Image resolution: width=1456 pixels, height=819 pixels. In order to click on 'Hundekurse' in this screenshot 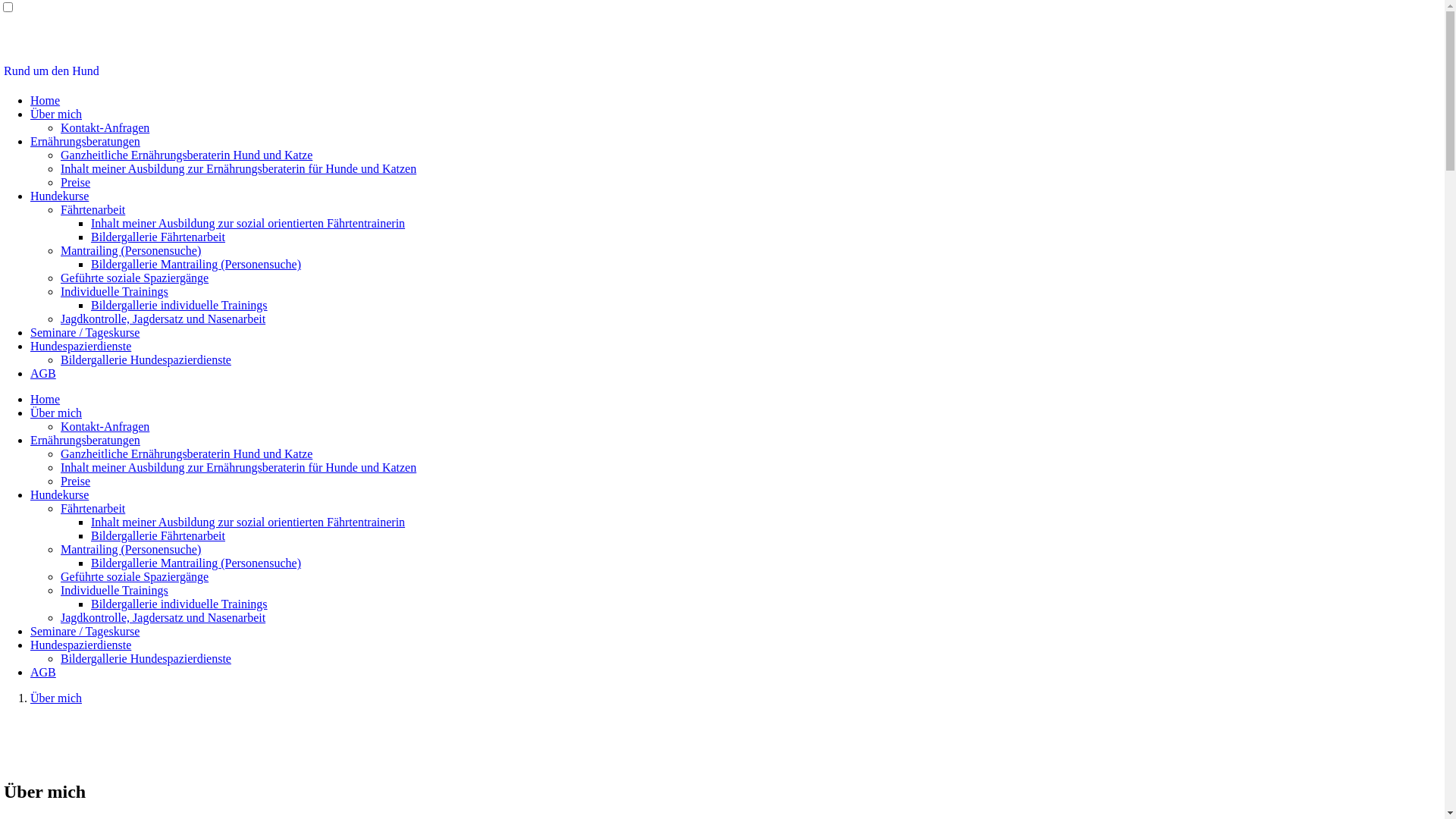, I will do `click(30, 195)`.